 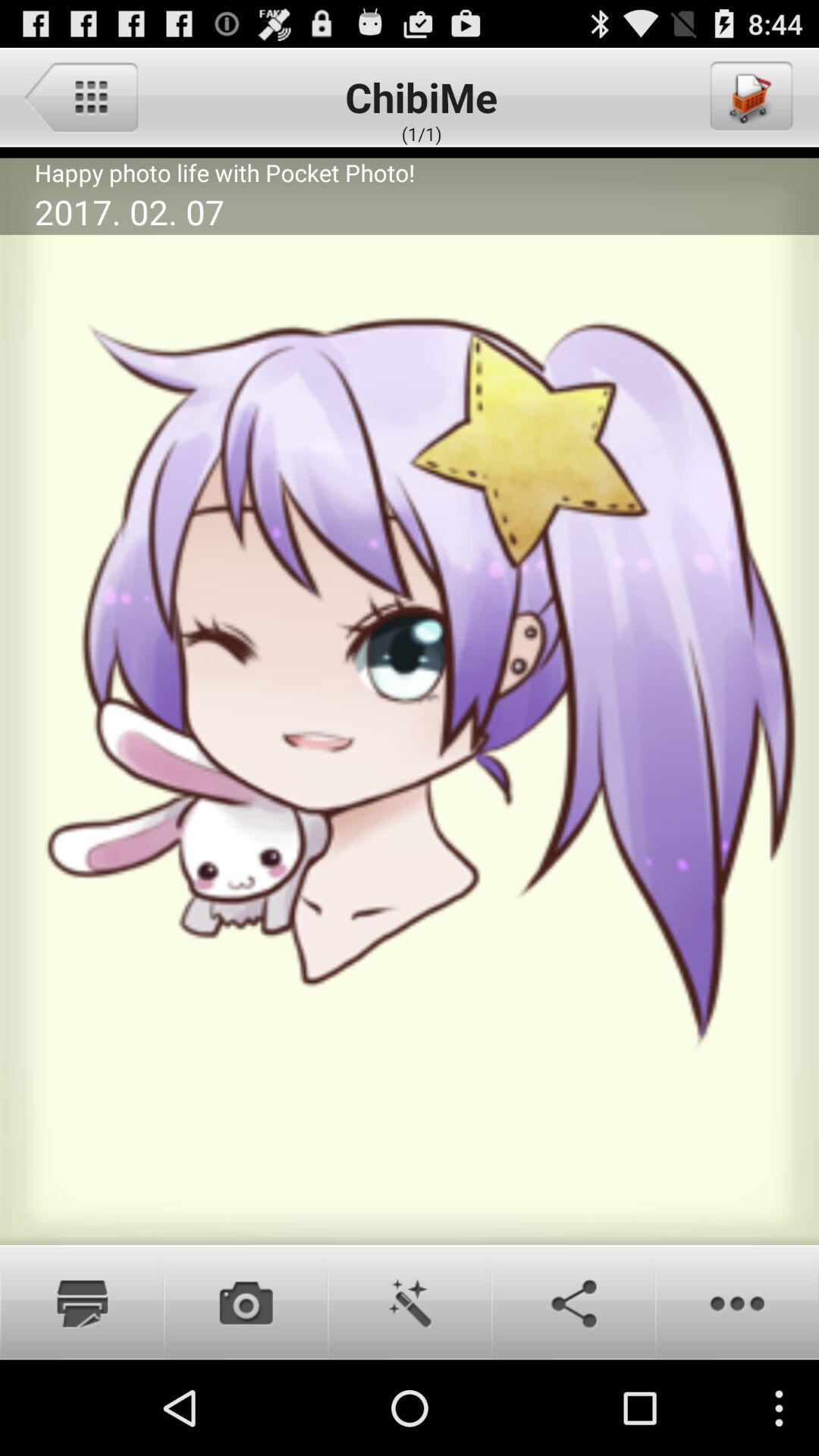 What do you see at coordinates (749, 96) in the screenshot?
I see `icon to the right of chibime item` at bounding box center [749, 96].